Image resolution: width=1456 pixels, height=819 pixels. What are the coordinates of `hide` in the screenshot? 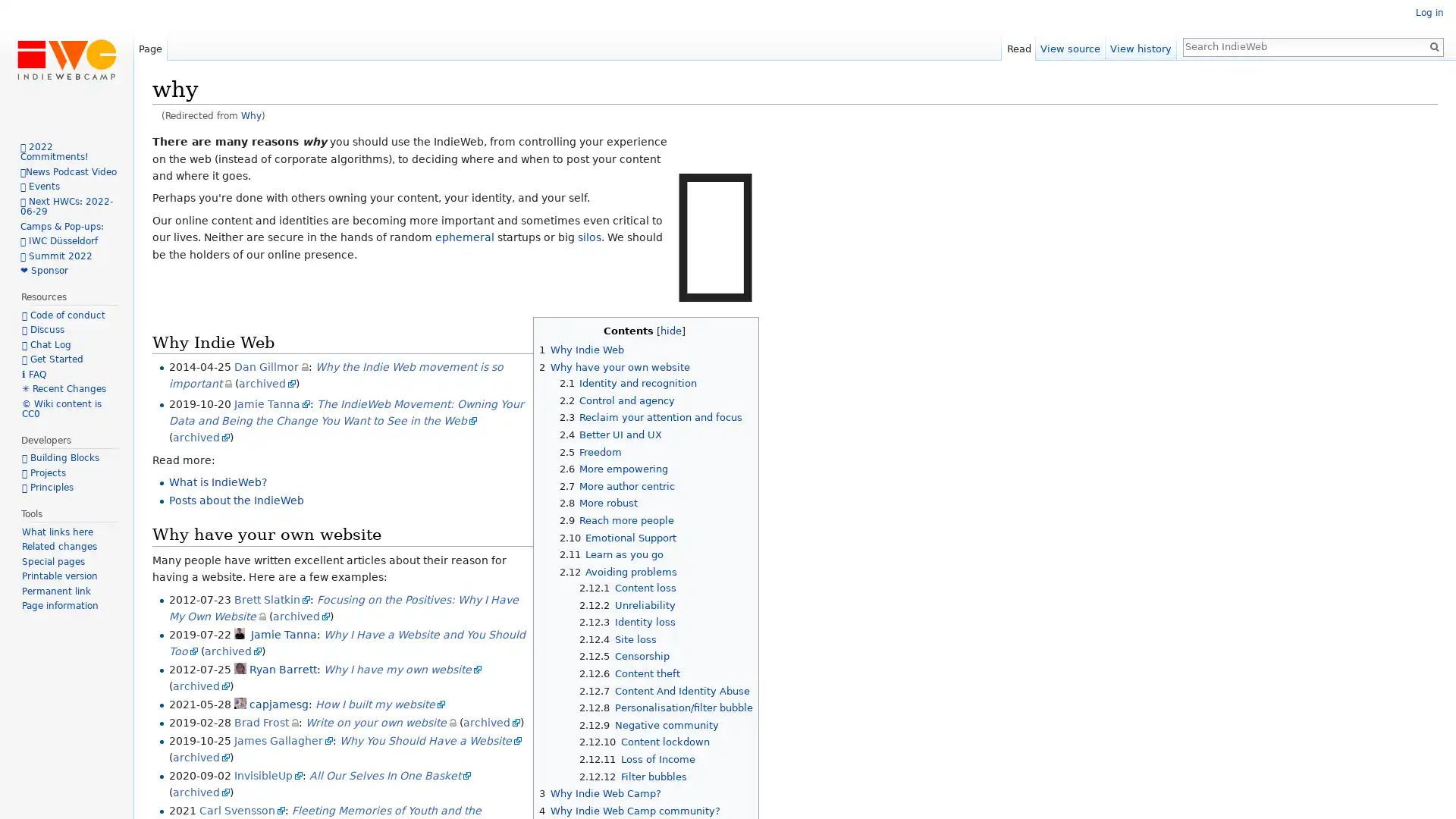 It's located at (670, 330).